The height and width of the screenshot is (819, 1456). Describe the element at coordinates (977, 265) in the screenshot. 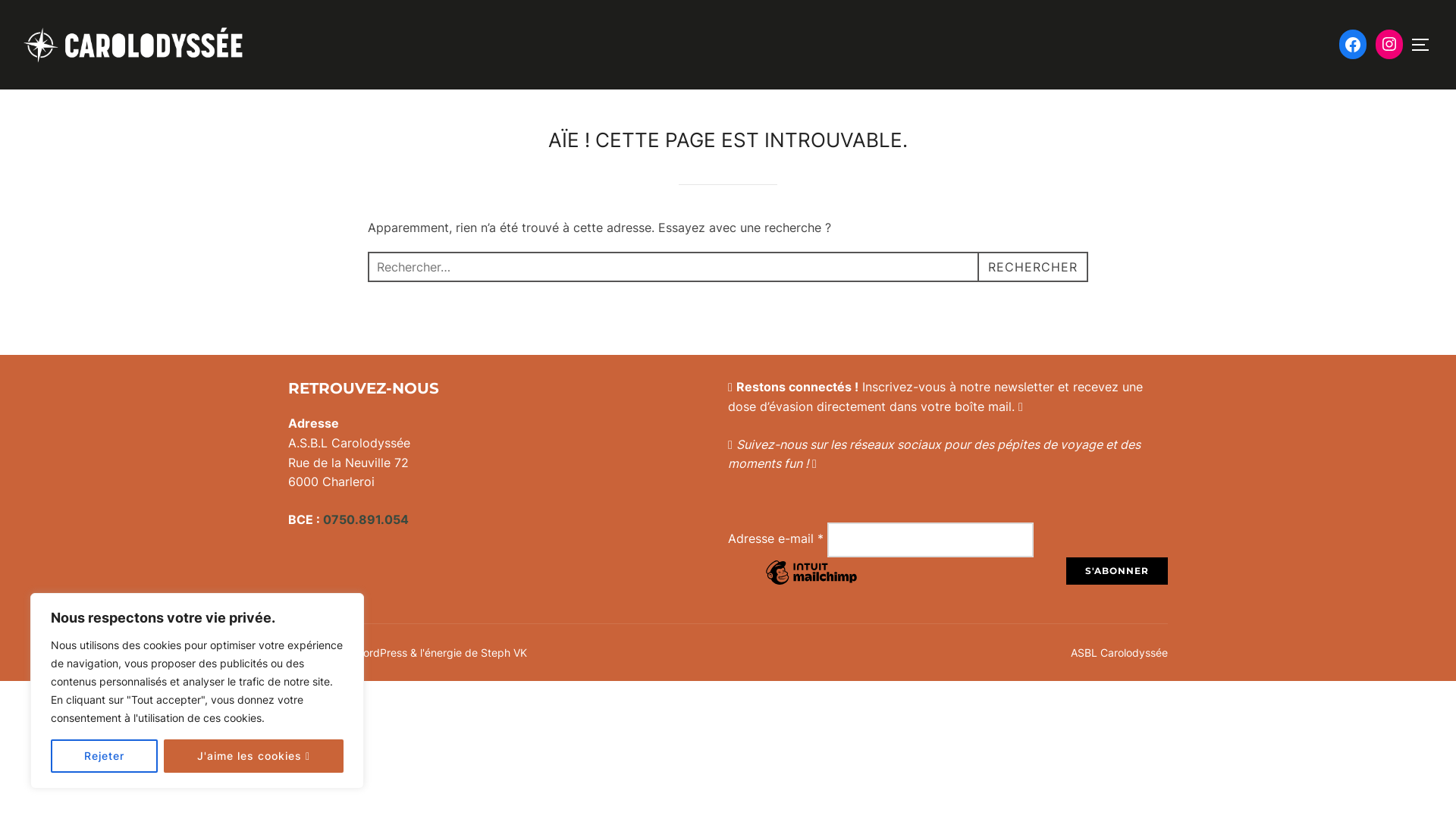

I see `'RECHERCHER'` at that location.